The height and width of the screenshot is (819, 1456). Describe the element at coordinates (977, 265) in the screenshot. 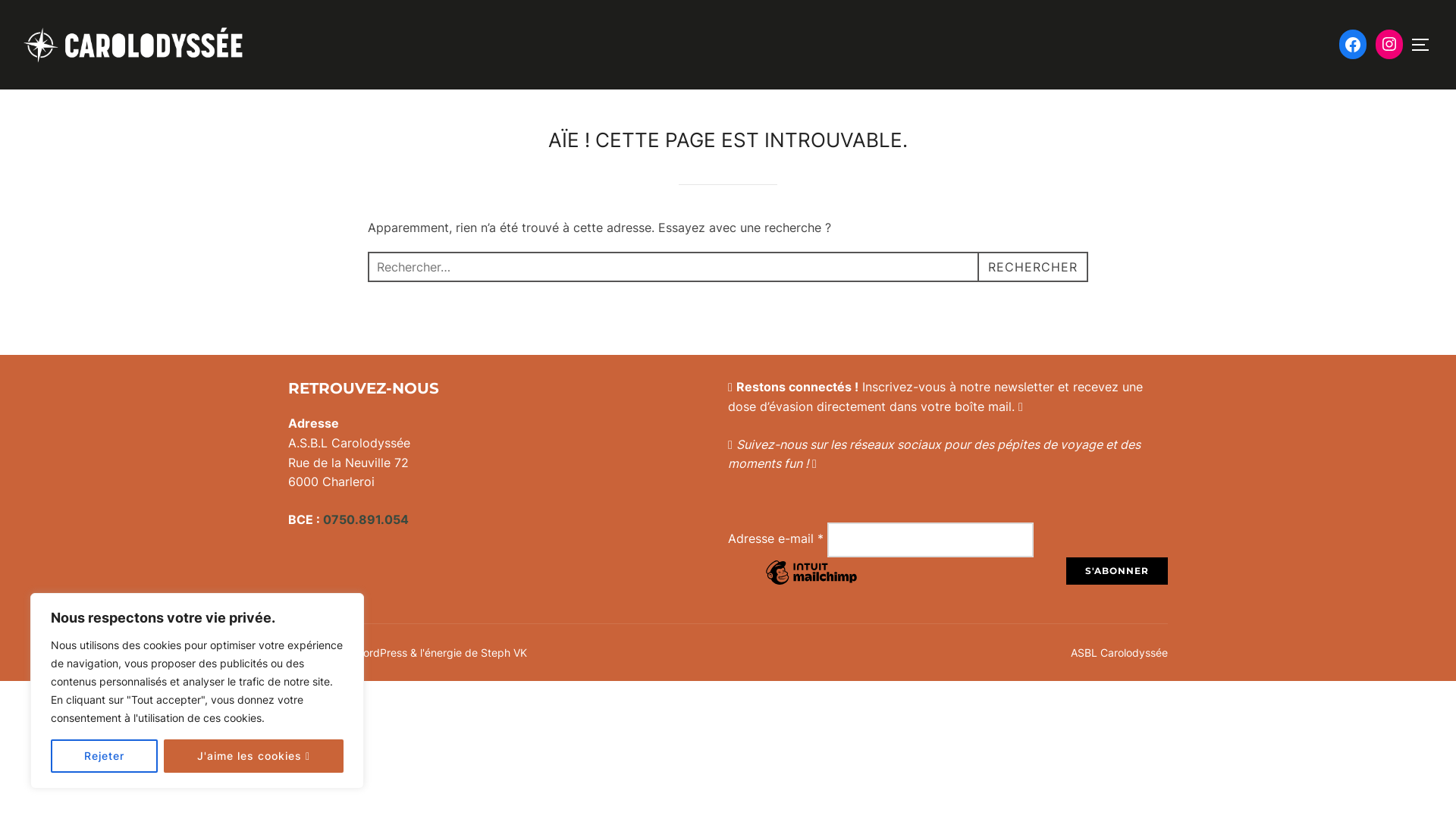

I see `'RECHERCHER'` at that location.